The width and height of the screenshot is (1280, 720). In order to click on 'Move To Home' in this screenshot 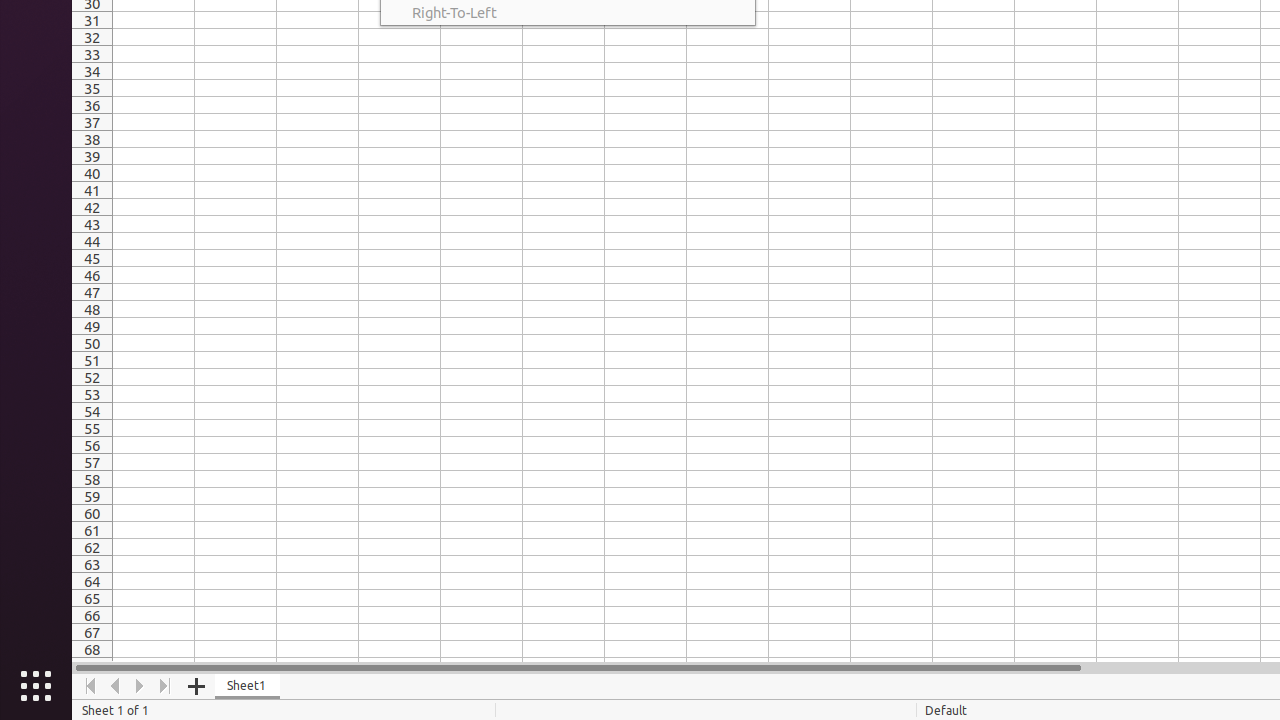, I will do `click(89, 685)`.